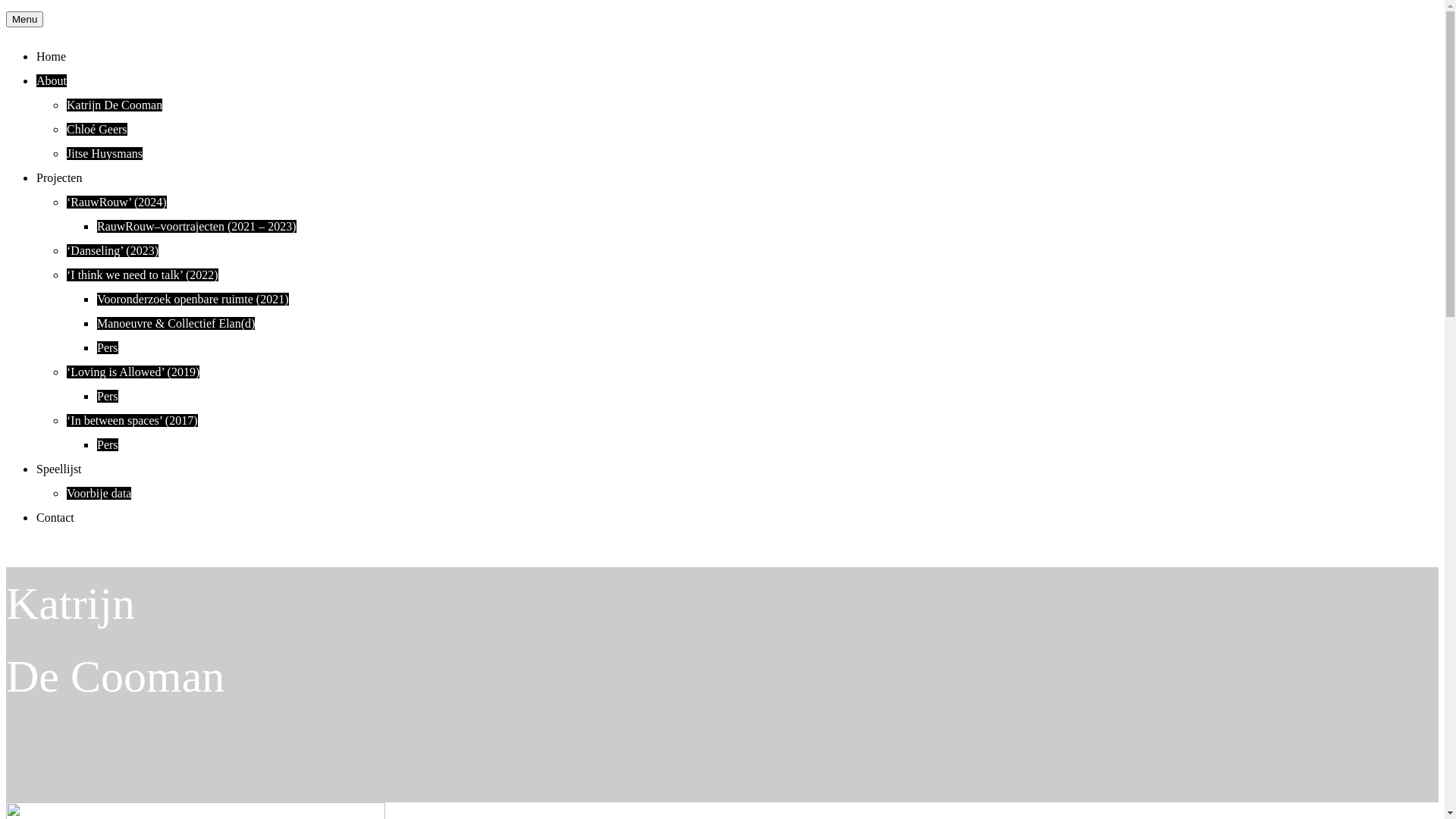 Image resolution: width=1456 pixels, height=819 pixels. What do you see at coordinates (107, 444) in the screenshot?
I see `'Pers'` at bounding box center [107, 444].